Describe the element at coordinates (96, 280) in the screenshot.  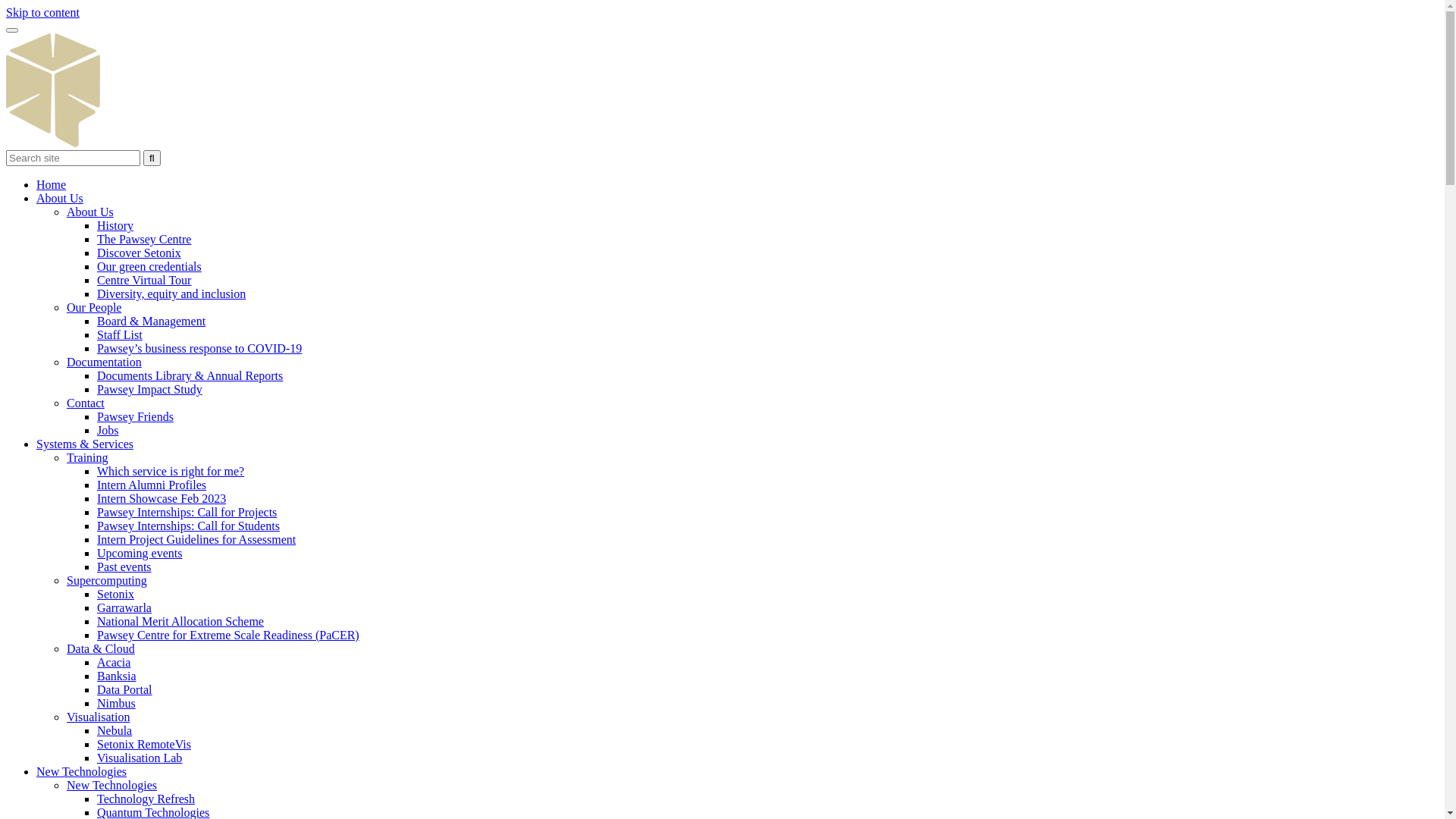
I see `'Centre Virtual Tour'` at that location.